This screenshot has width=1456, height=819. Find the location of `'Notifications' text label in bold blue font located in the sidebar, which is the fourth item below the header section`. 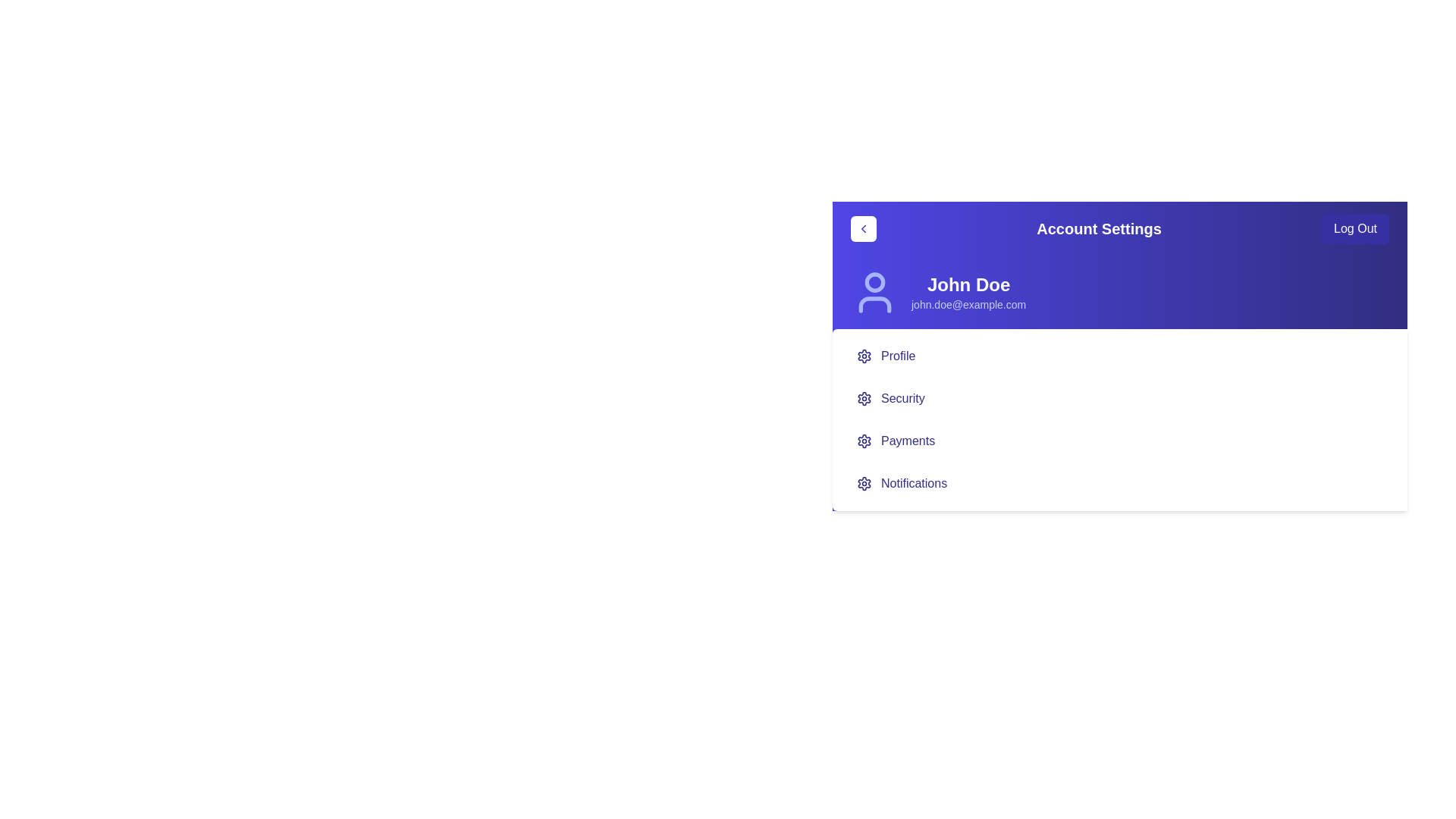

'Notifications' text label in bold blue font located in the sidebar, which is the fourth item below the header section is located at coordinates (913, 483).